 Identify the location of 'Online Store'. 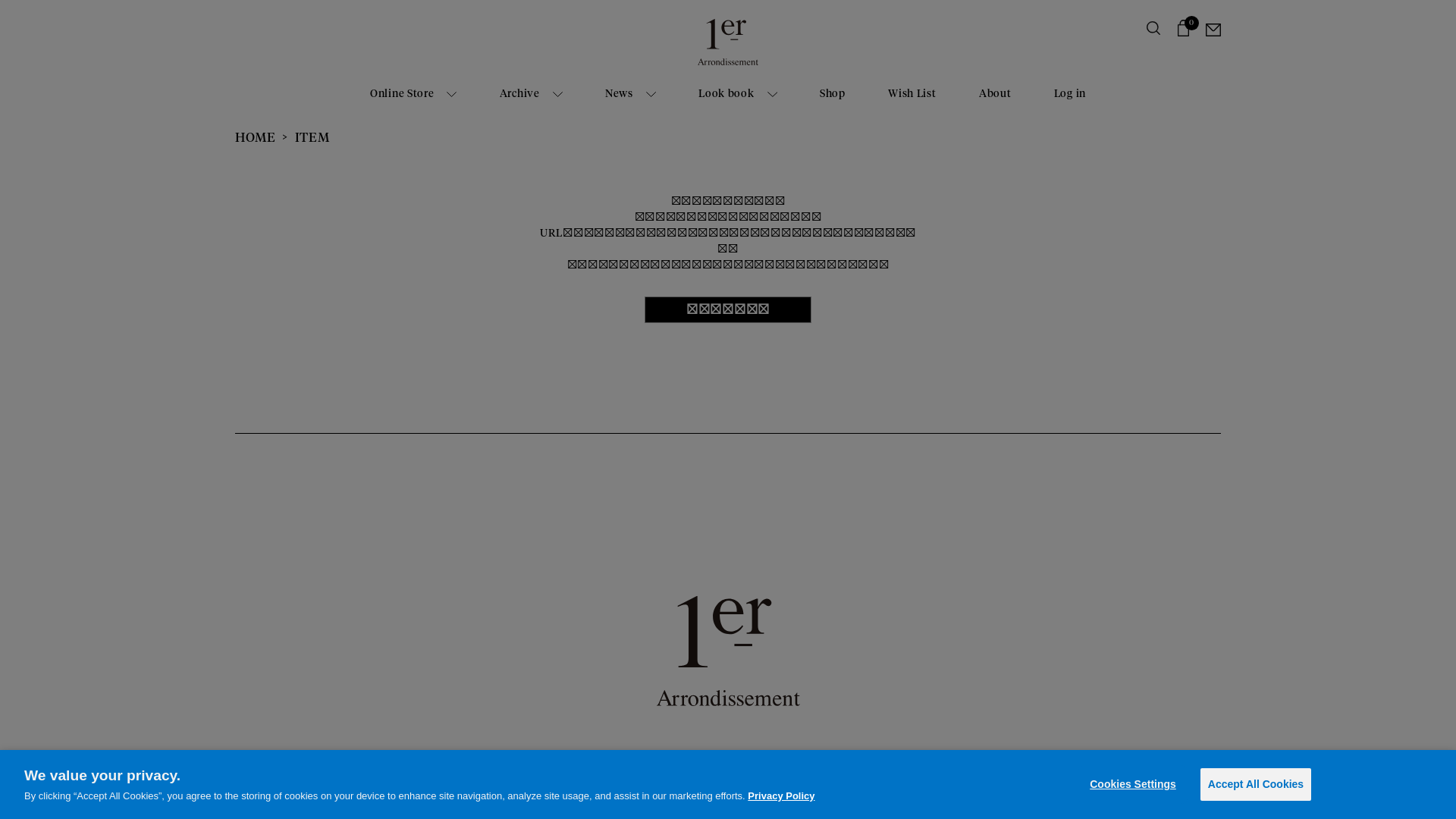
(413, 94).